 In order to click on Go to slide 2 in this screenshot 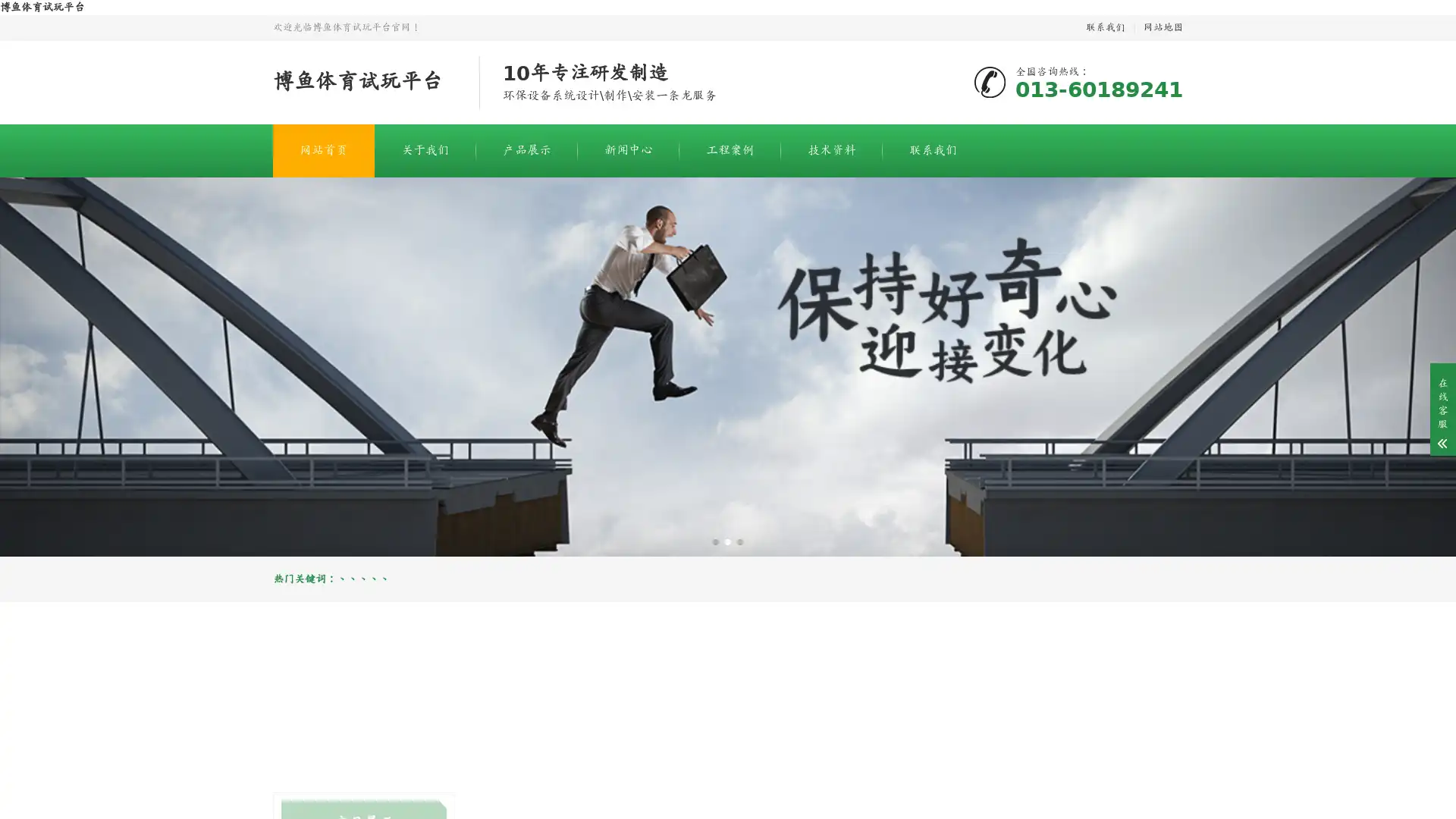, I will do `click(728, 541)`.